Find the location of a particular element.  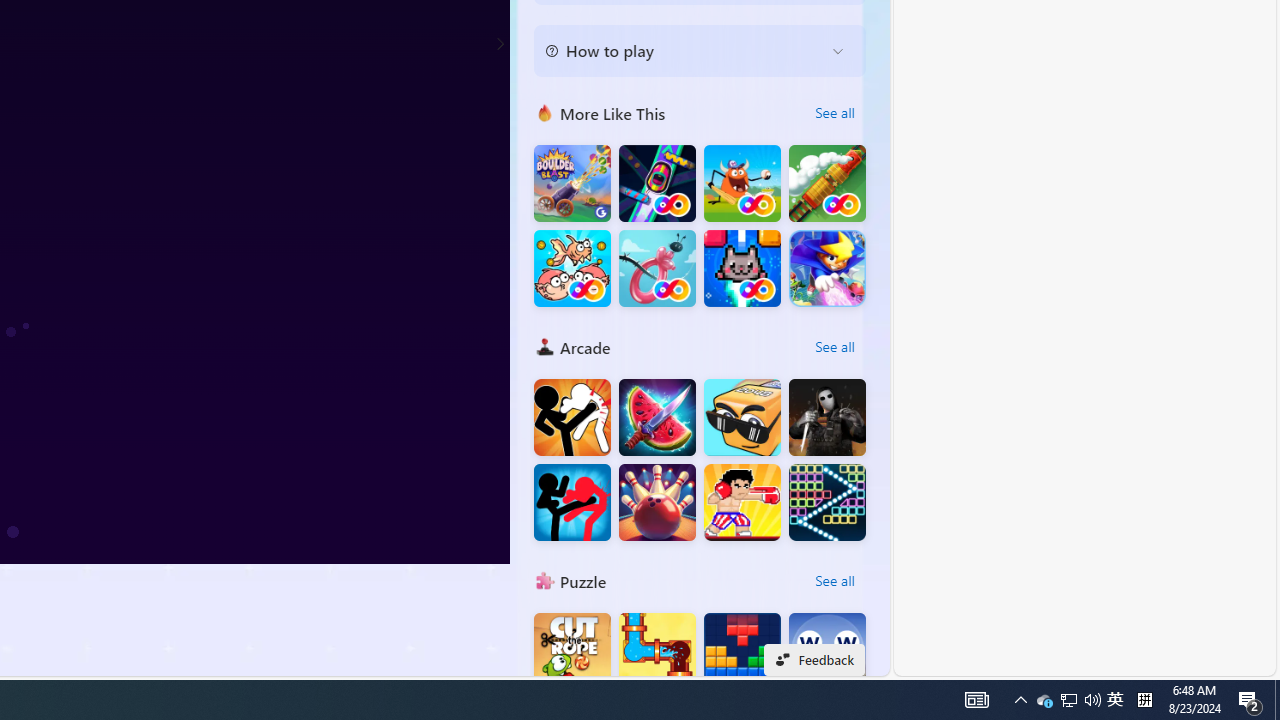

'Kitten Force FRVR' is located at coordinates (741, 267).